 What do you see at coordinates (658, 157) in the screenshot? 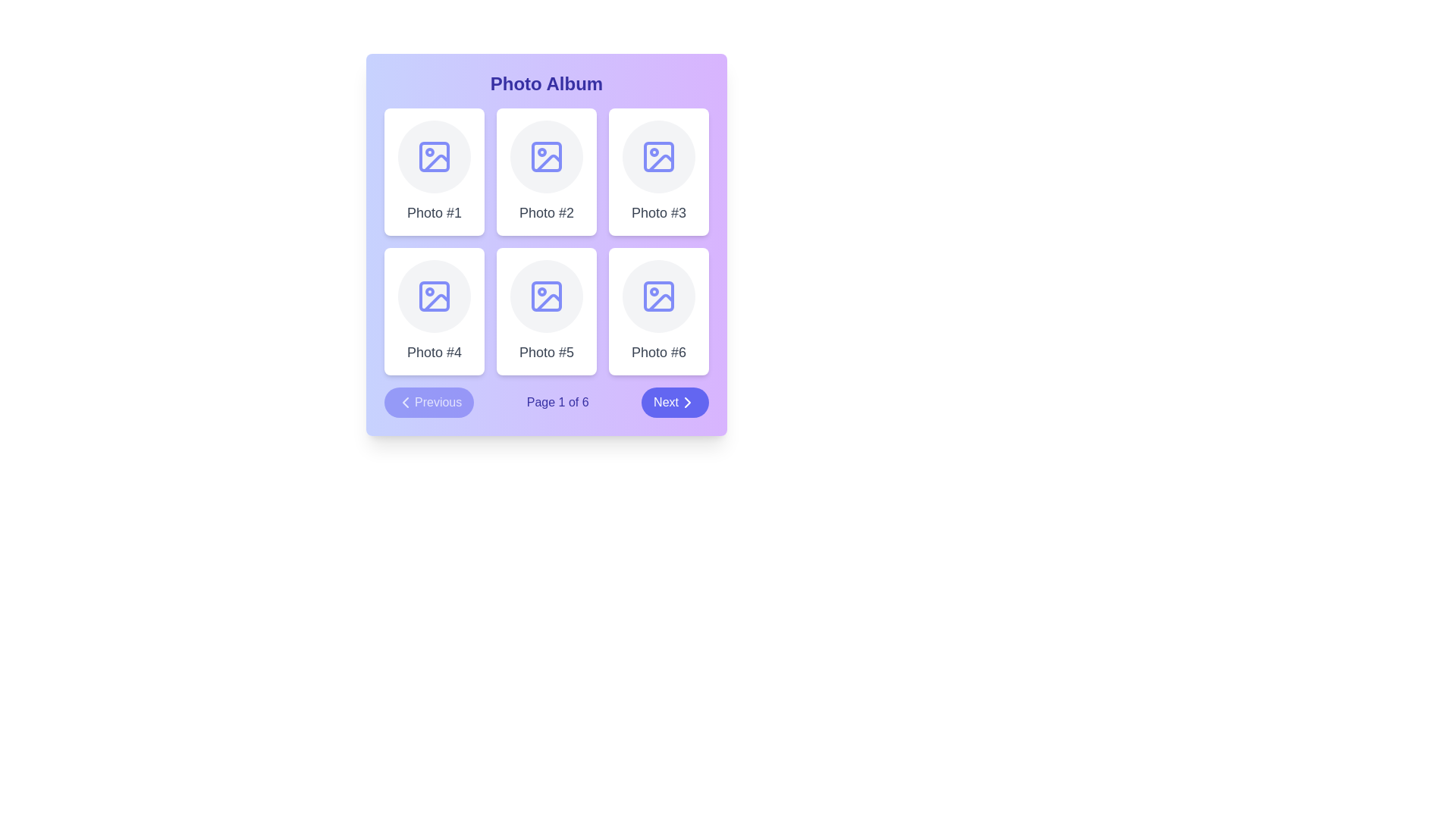
I see `the decorative rounded rectangle located centrally within the 'Photo #3' icon, which features a mountain silhouette and a sun-like circle` at bounding box center [658, 157].